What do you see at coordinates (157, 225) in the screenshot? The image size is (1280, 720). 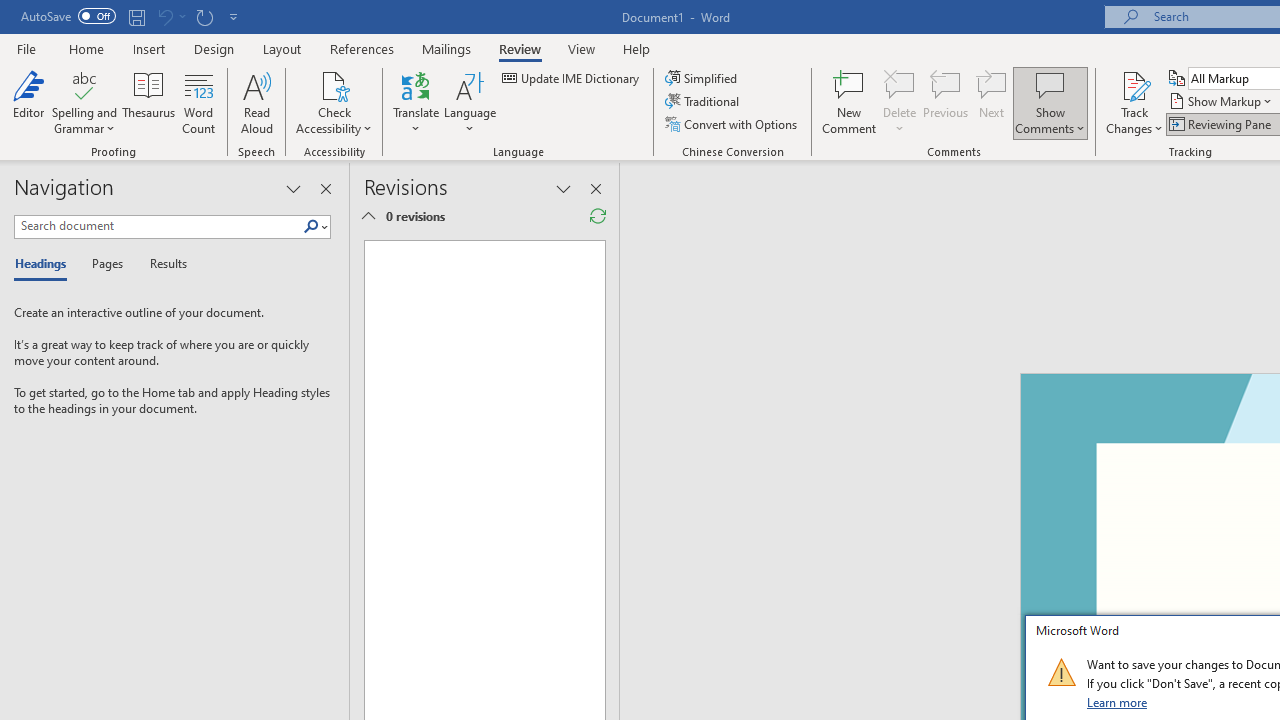 I see `'Search document'` at bounding box center [157, 225].